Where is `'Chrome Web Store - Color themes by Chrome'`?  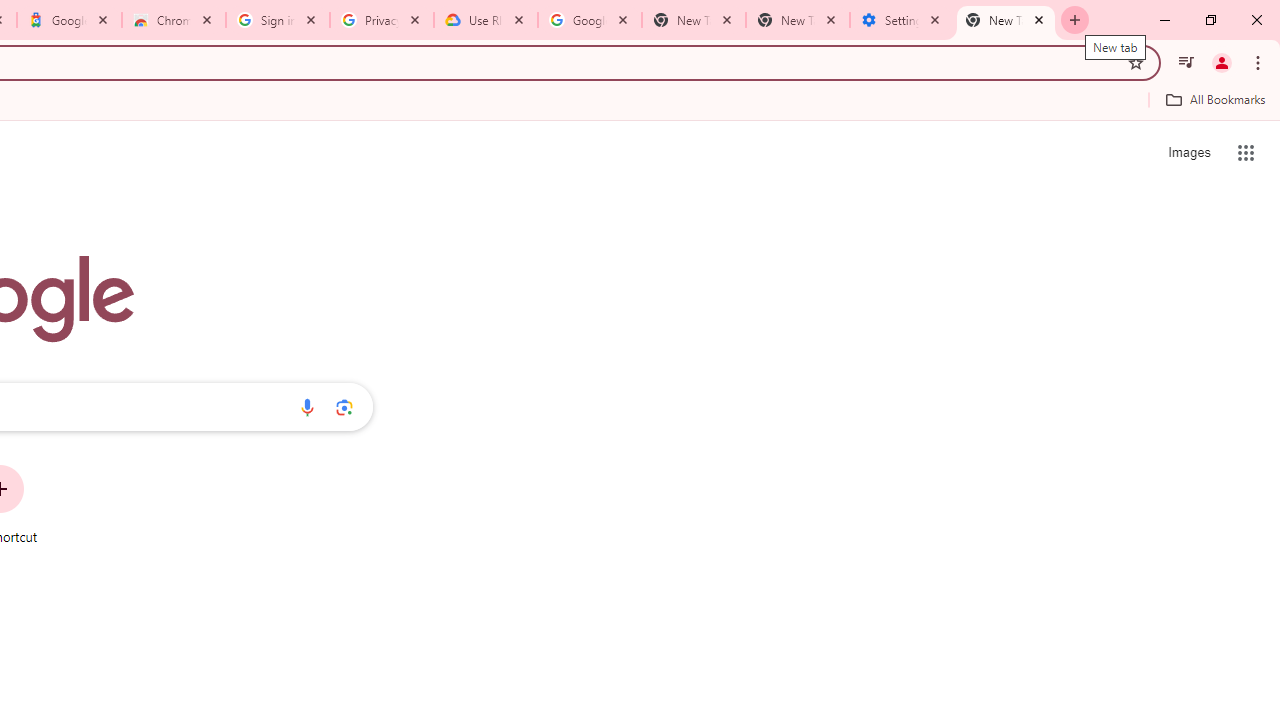 'Chrome Web Store - Color themes by Chrome' is located at coordinates (174, 20).